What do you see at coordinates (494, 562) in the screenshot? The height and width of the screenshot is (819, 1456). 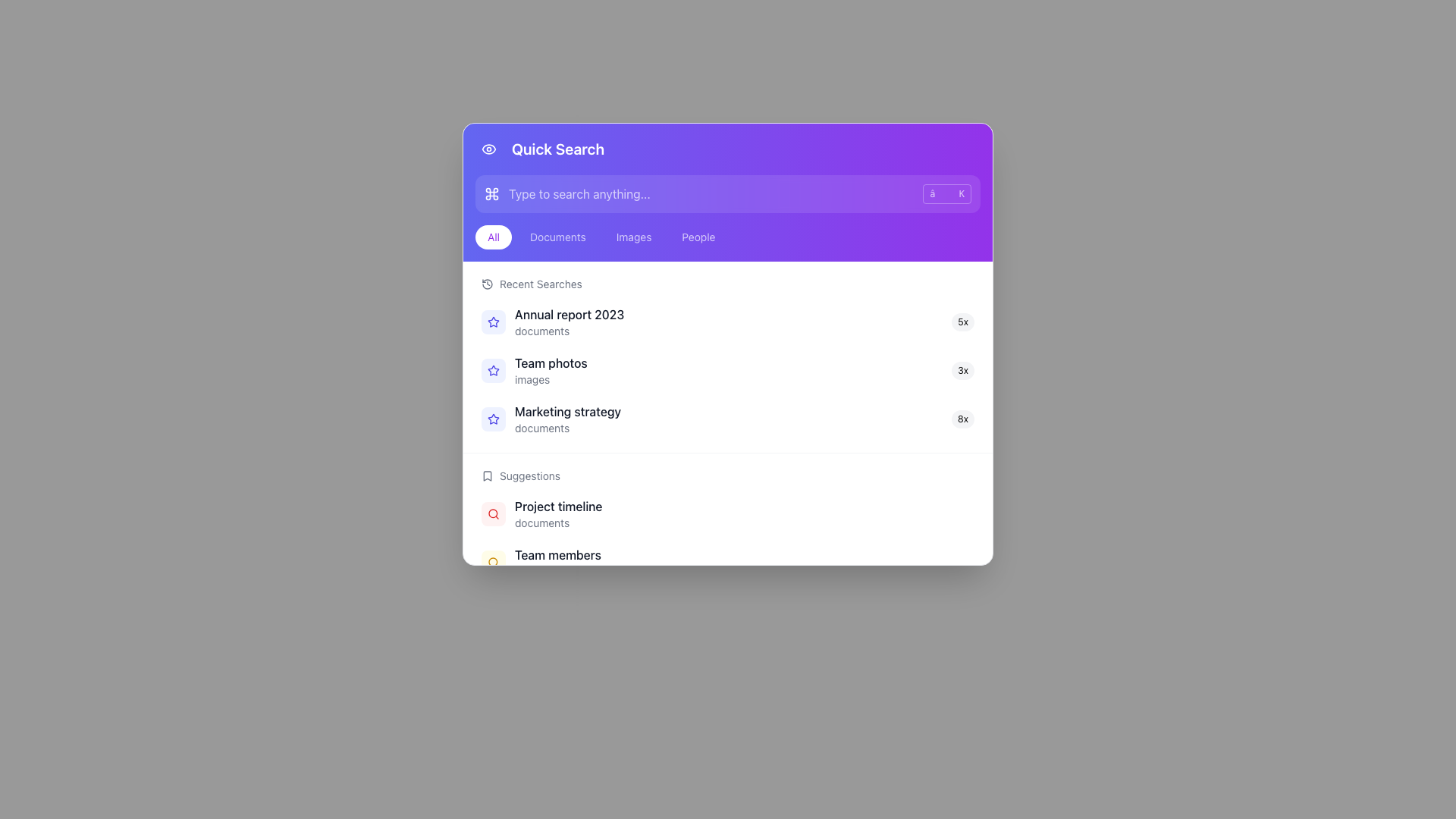 I see `the search icon located to the left of the 'Team members' entry in the 'Suggestions' section` at bounding box center [494, 562].